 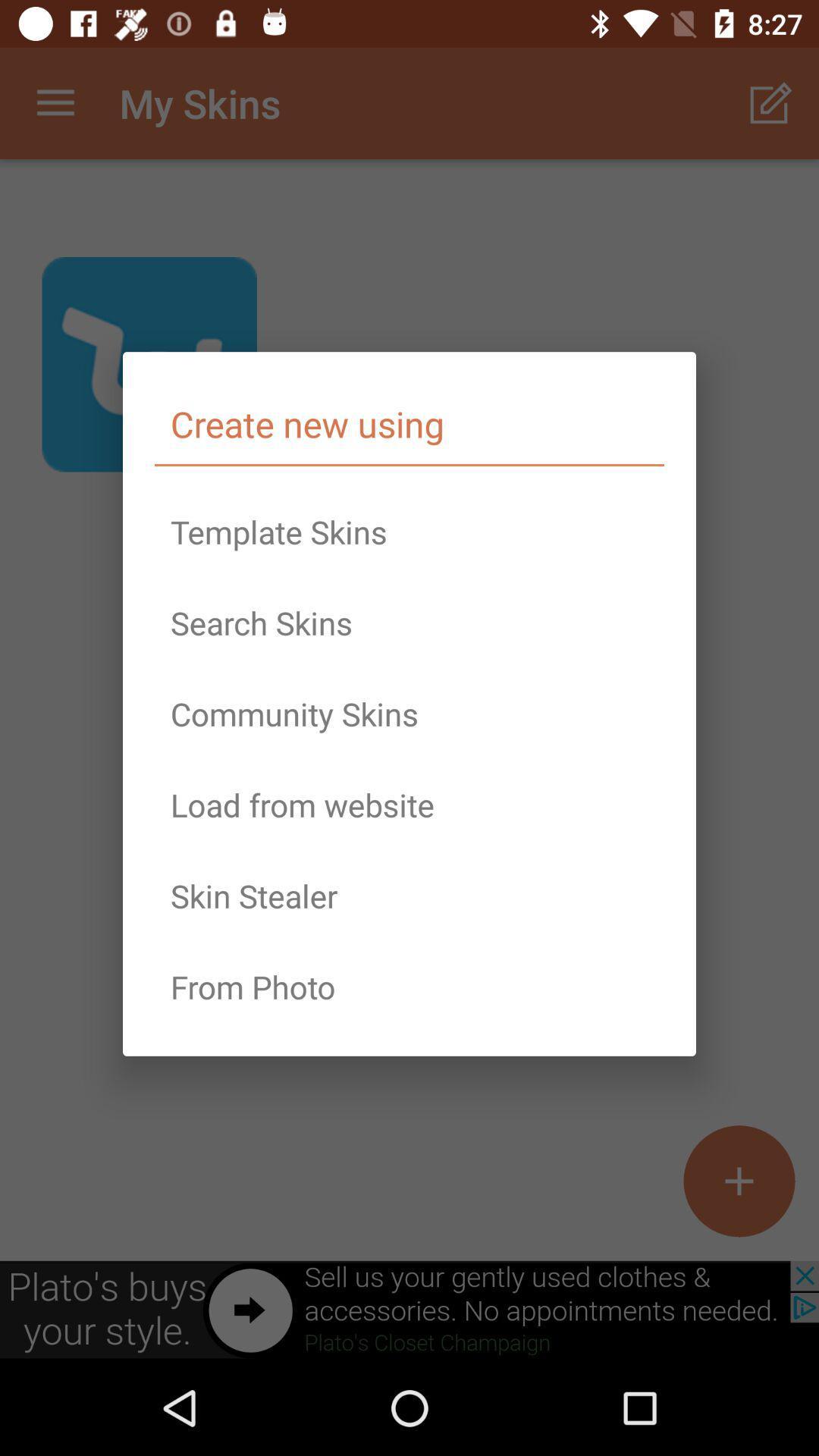 I want to click on item below search skins icon, so click(x=409, y=713).